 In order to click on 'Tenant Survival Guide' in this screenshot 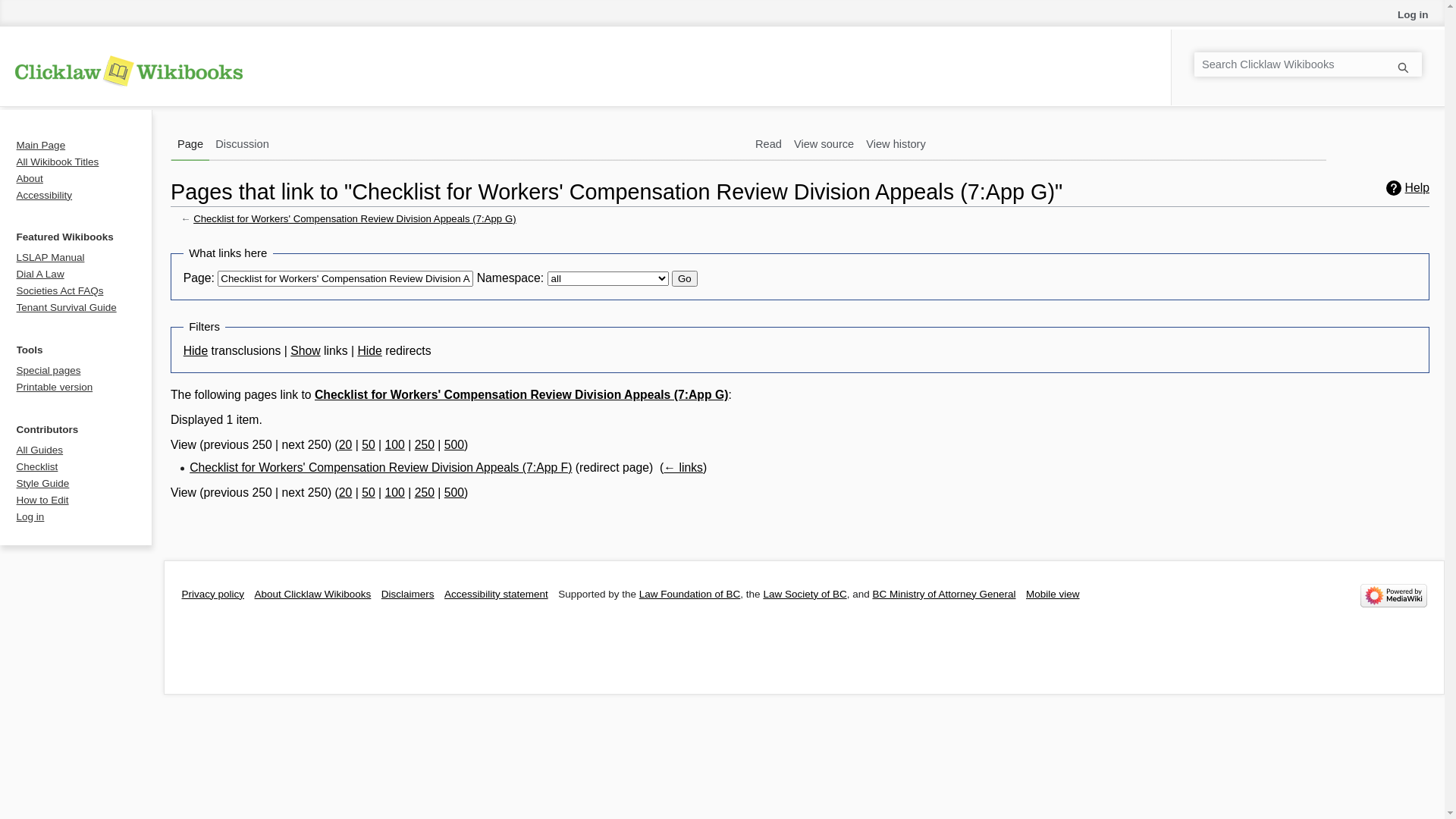, I will do `click(65, 307)`.